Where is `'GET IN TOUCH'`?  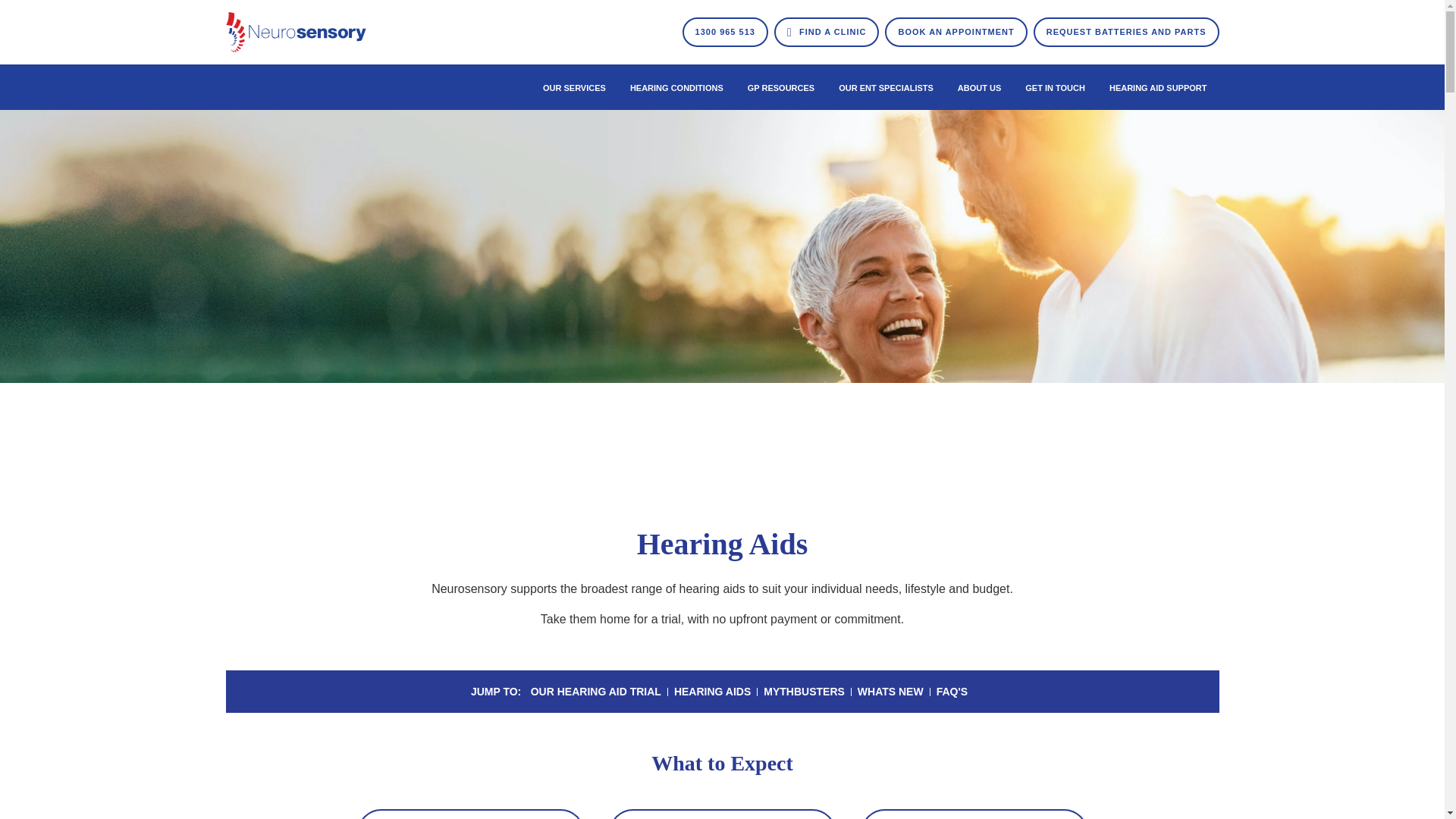 'GET IN TOUCH' is located at coordinates (1054, 87).